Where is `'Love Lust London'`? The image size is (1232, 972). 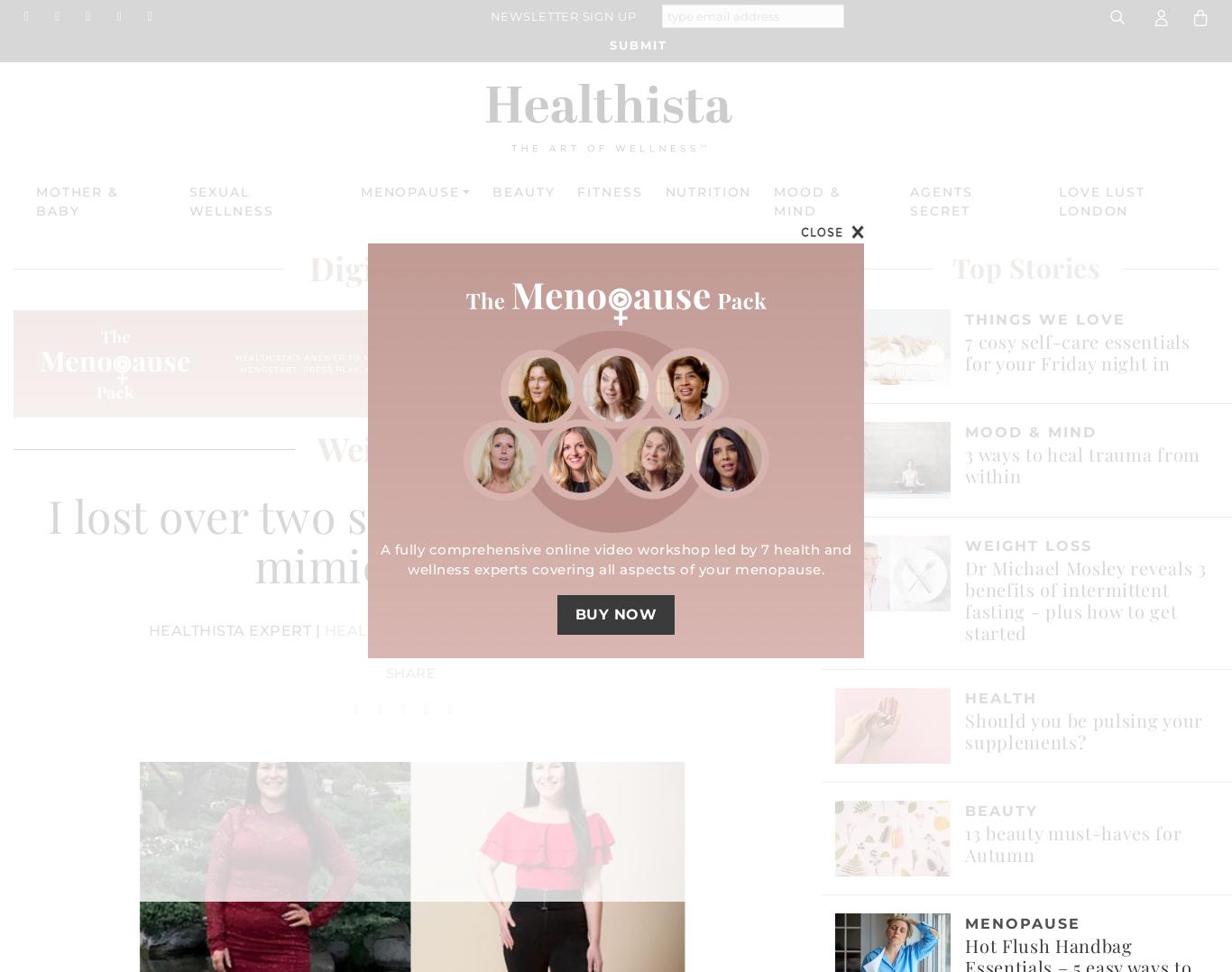 'Love Lust London' is located at coordinates (1101, 201).